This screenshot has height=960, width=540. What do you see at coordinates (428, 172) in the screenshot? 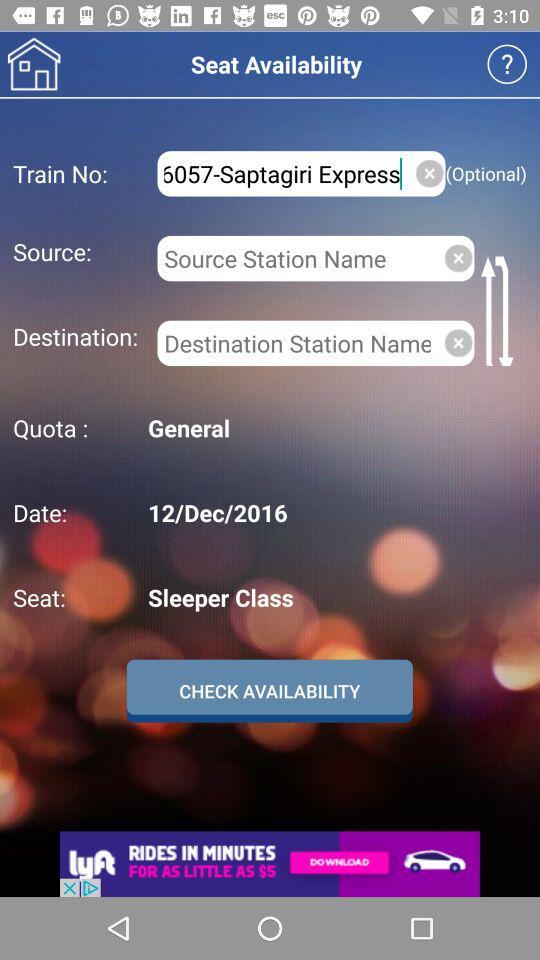
I see `clear words` at bounding box center [428, 172].